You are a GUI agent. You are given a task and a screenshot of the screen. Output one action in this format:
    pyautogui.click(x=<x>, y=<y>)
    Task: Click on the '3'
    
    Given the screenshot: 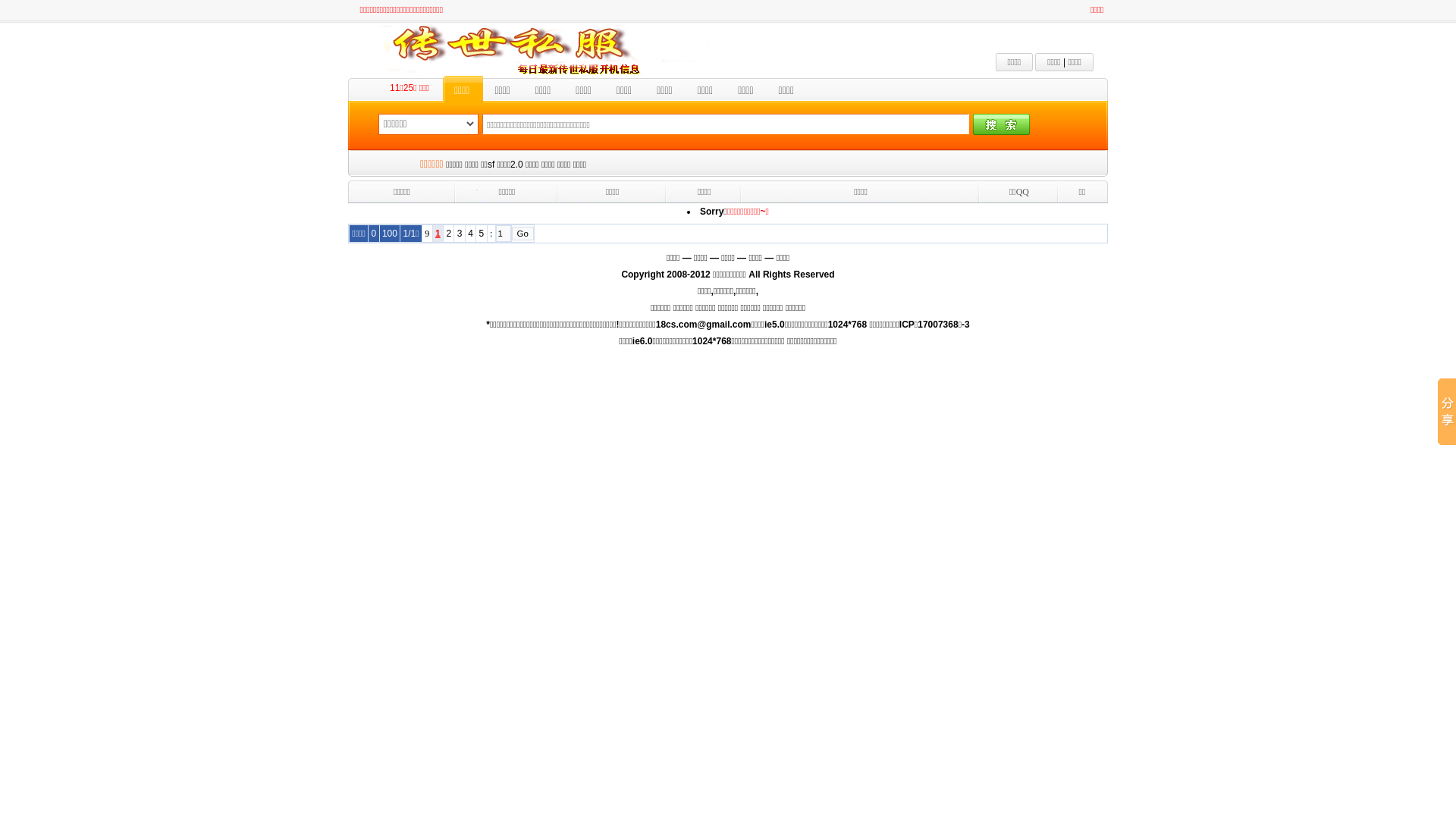 What is the action you would take?
    pyautogui.click(x=457, y=234)
    